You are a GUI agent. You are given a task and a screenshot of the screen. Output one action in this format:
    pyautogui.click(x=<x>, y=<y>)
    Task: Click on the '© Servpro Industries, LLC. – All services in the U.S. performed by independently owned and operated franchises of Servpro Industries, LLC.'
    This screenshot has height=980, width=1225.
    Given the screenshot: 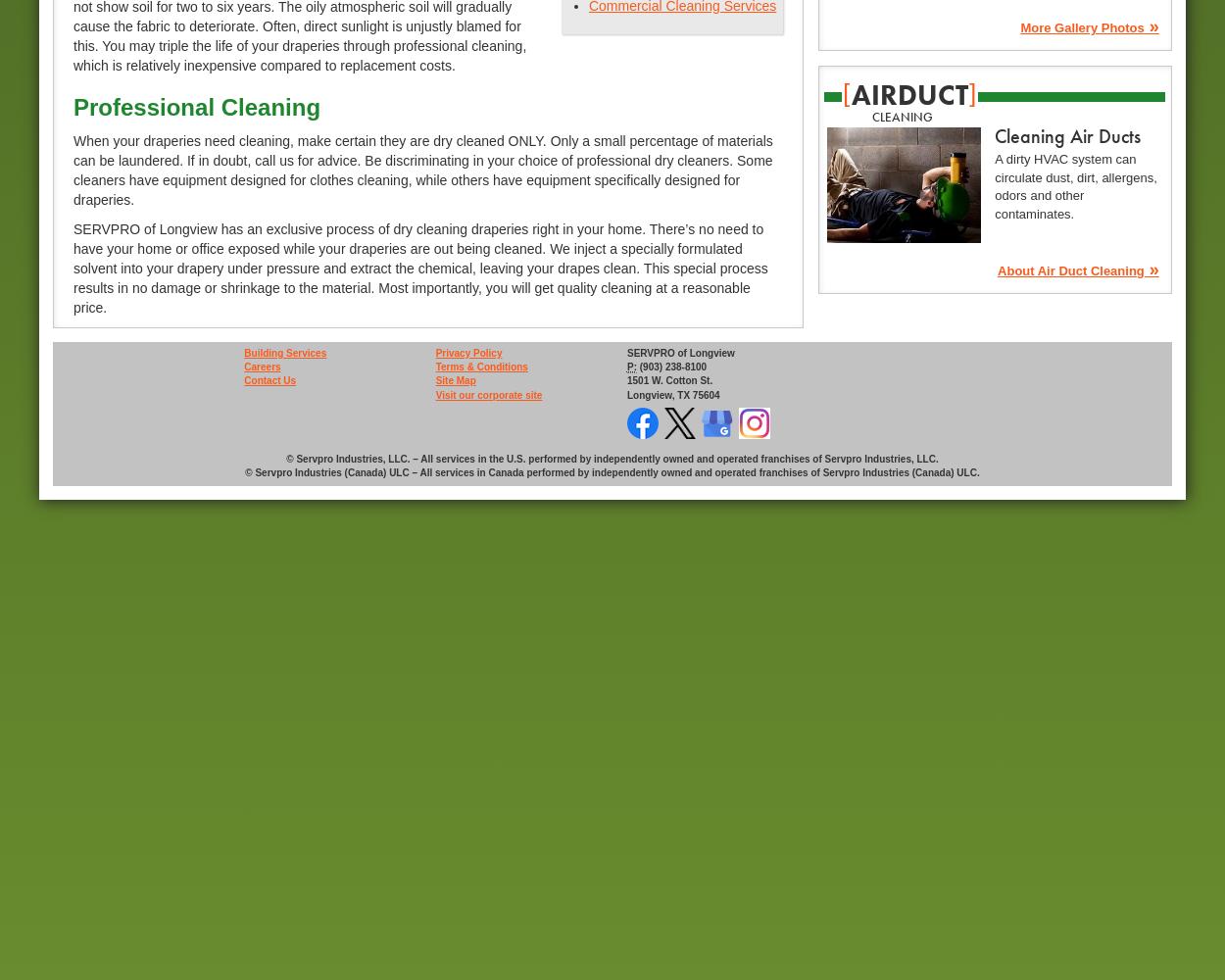 What is the action you would take?
    pyautogui.click(x=611, y=458)
    